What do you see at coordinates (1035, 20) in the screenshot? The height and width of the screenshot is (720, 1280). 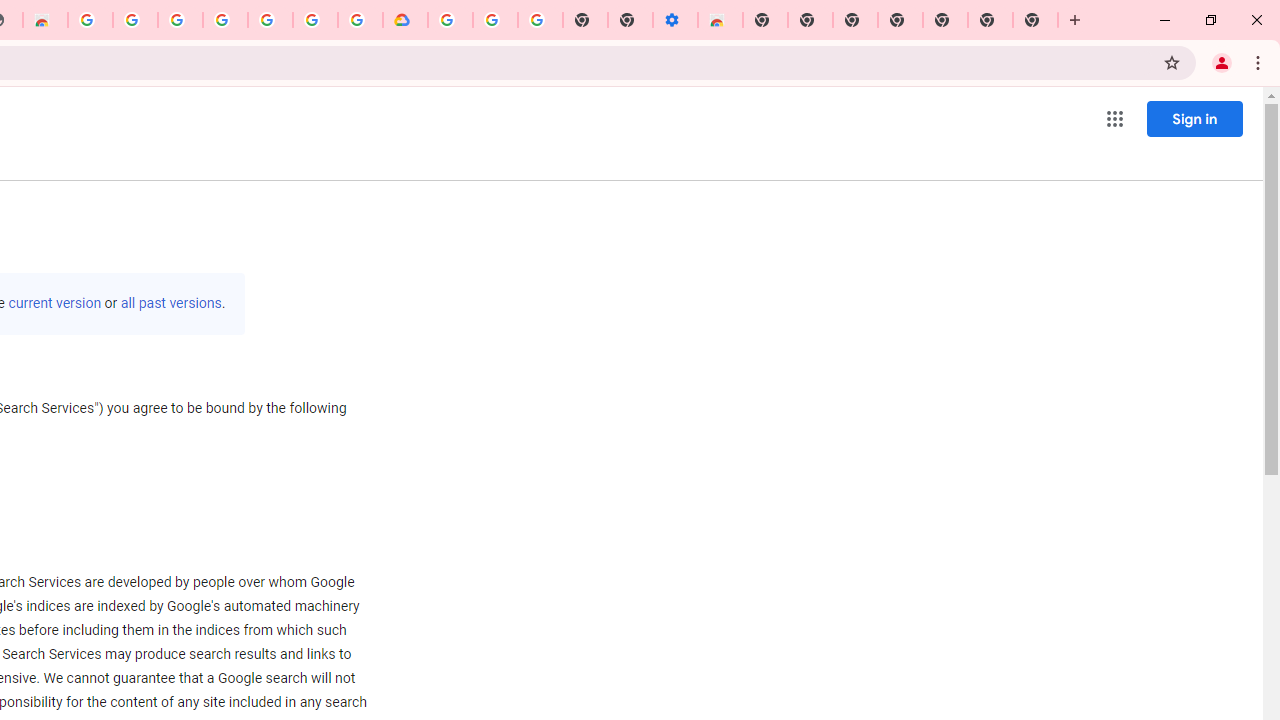 I see `'New Tab'` at bounding box center [1035, 20].